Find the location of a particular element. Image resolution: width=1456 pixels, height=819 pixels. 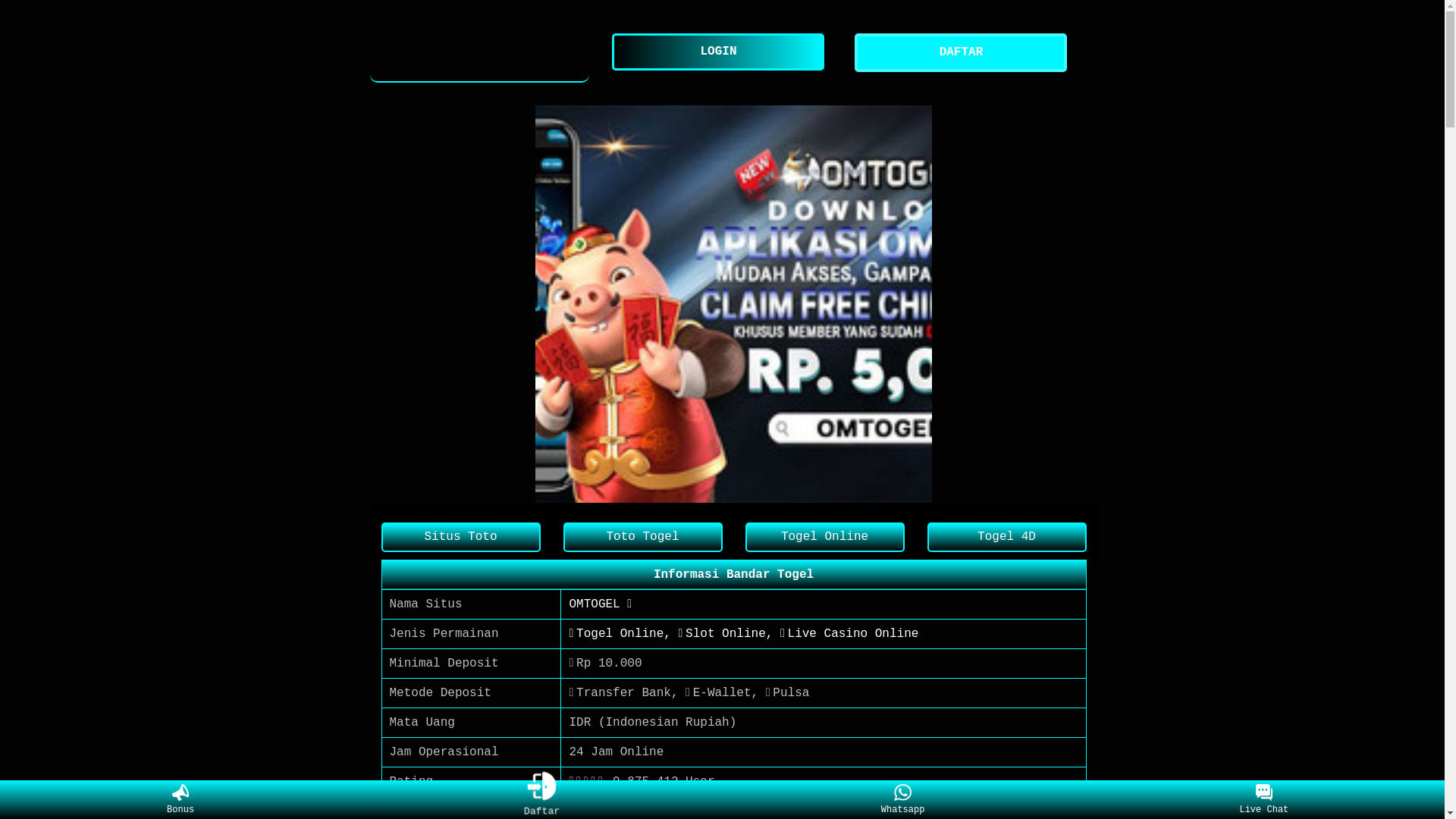

'Bonus' is located at coordinates (152, 799).